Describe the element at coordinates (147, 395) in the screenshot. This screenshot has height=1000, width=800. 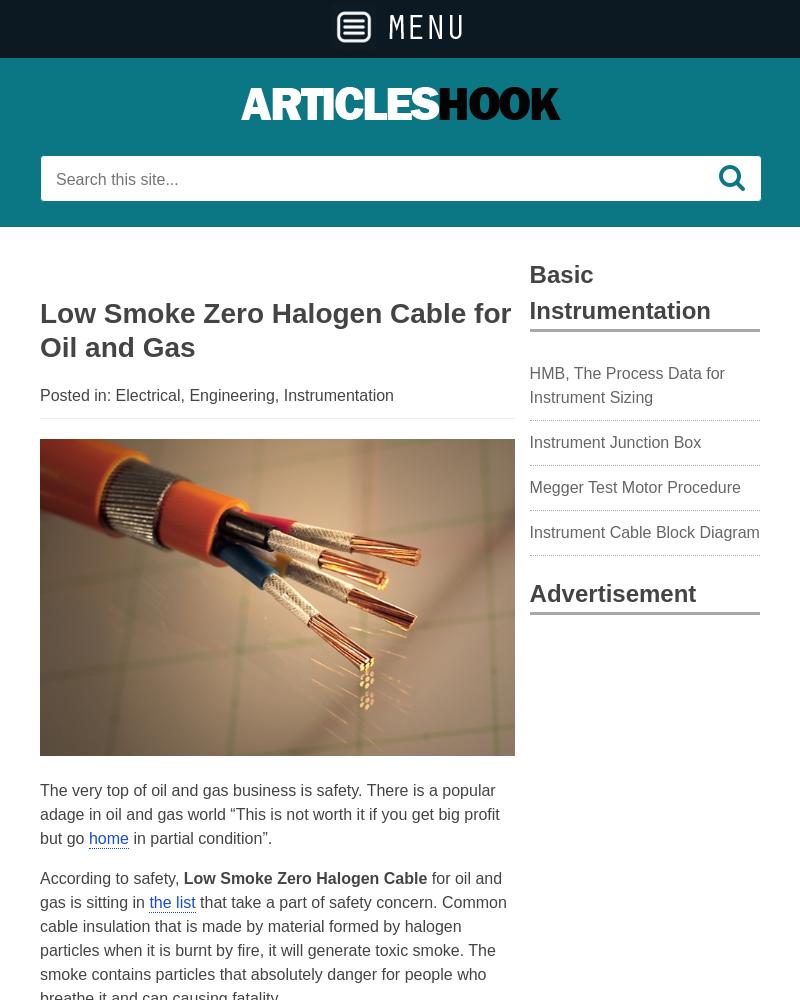
I see `'Electrical'` at that location.